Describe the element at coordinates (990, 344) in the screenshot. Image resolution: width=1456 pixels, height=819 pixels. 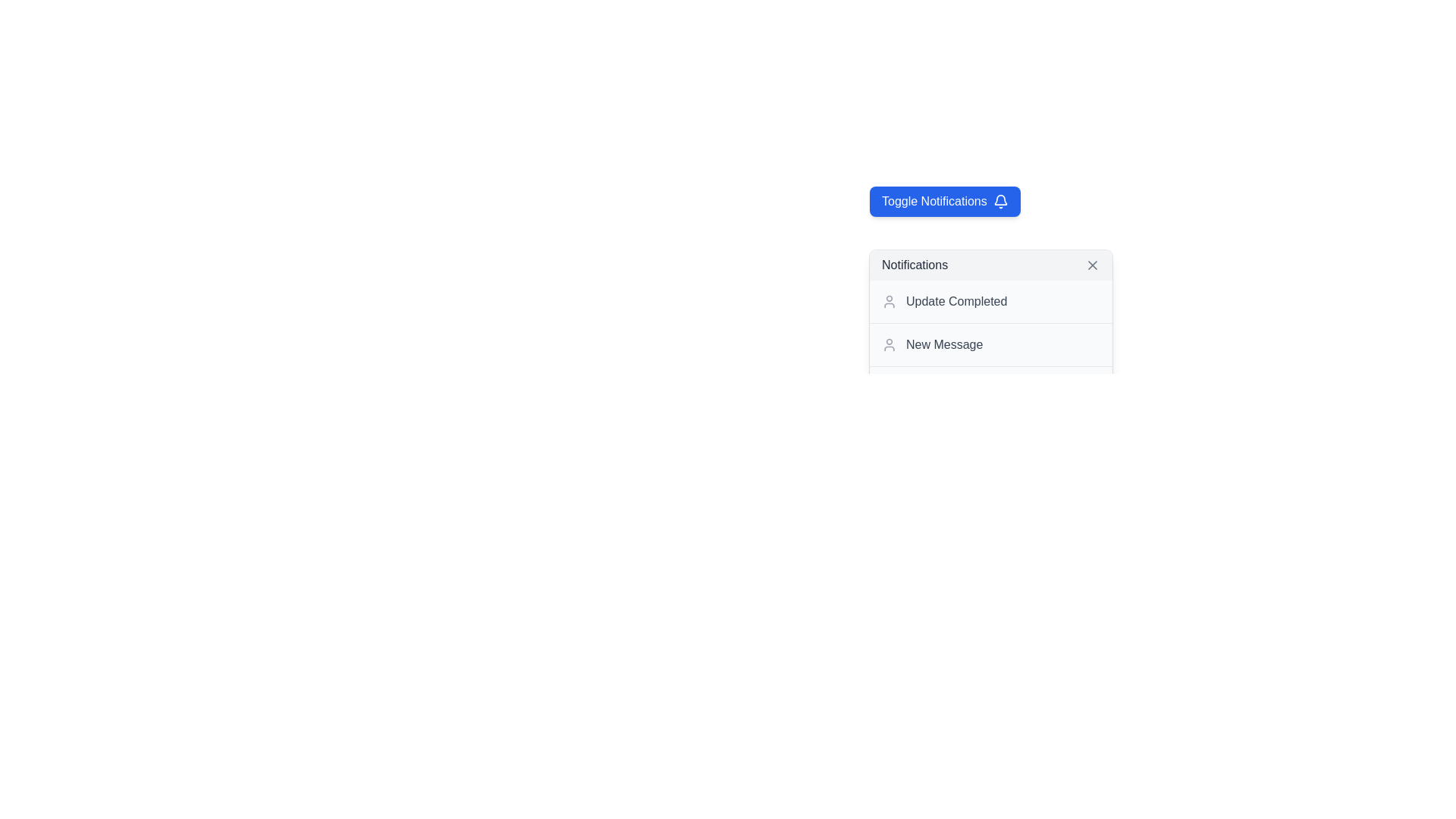
I see `the second clickable notification item in the dropdown list` at that location.